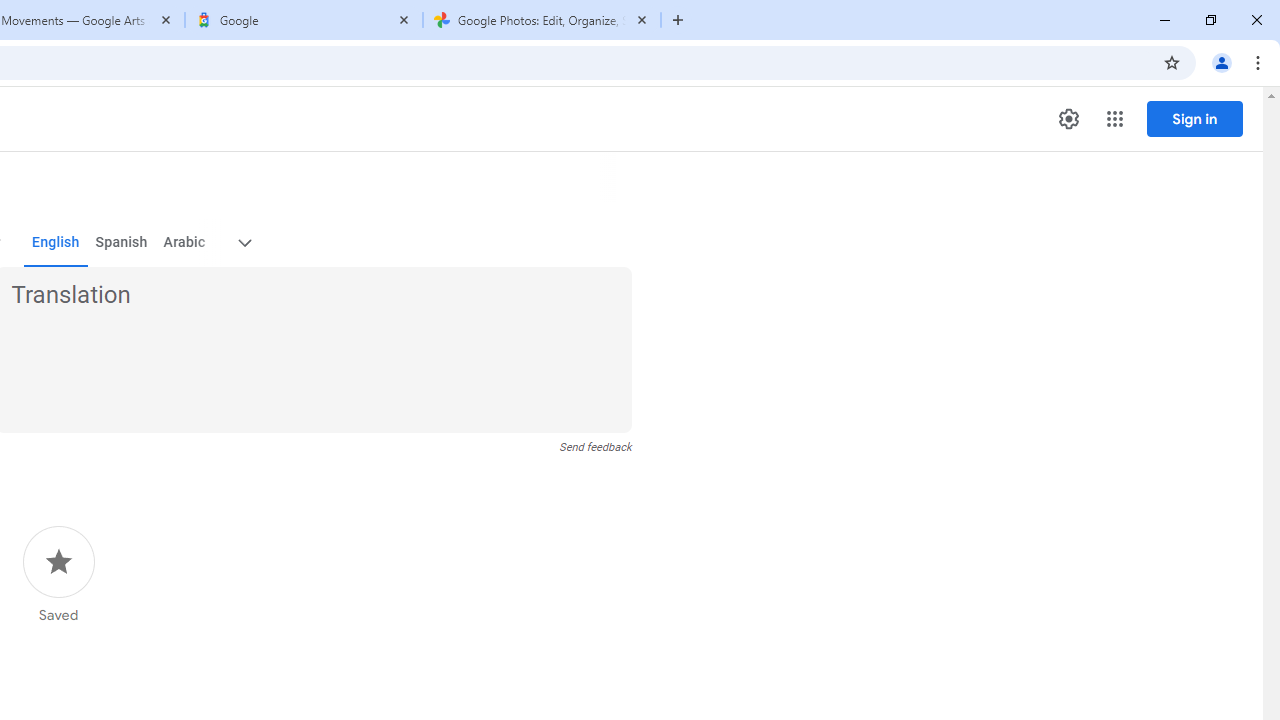  What do you see at coordinates (120, 242) in the screenshot?
I see `'Spanish'` at bounding box center [120, 242].